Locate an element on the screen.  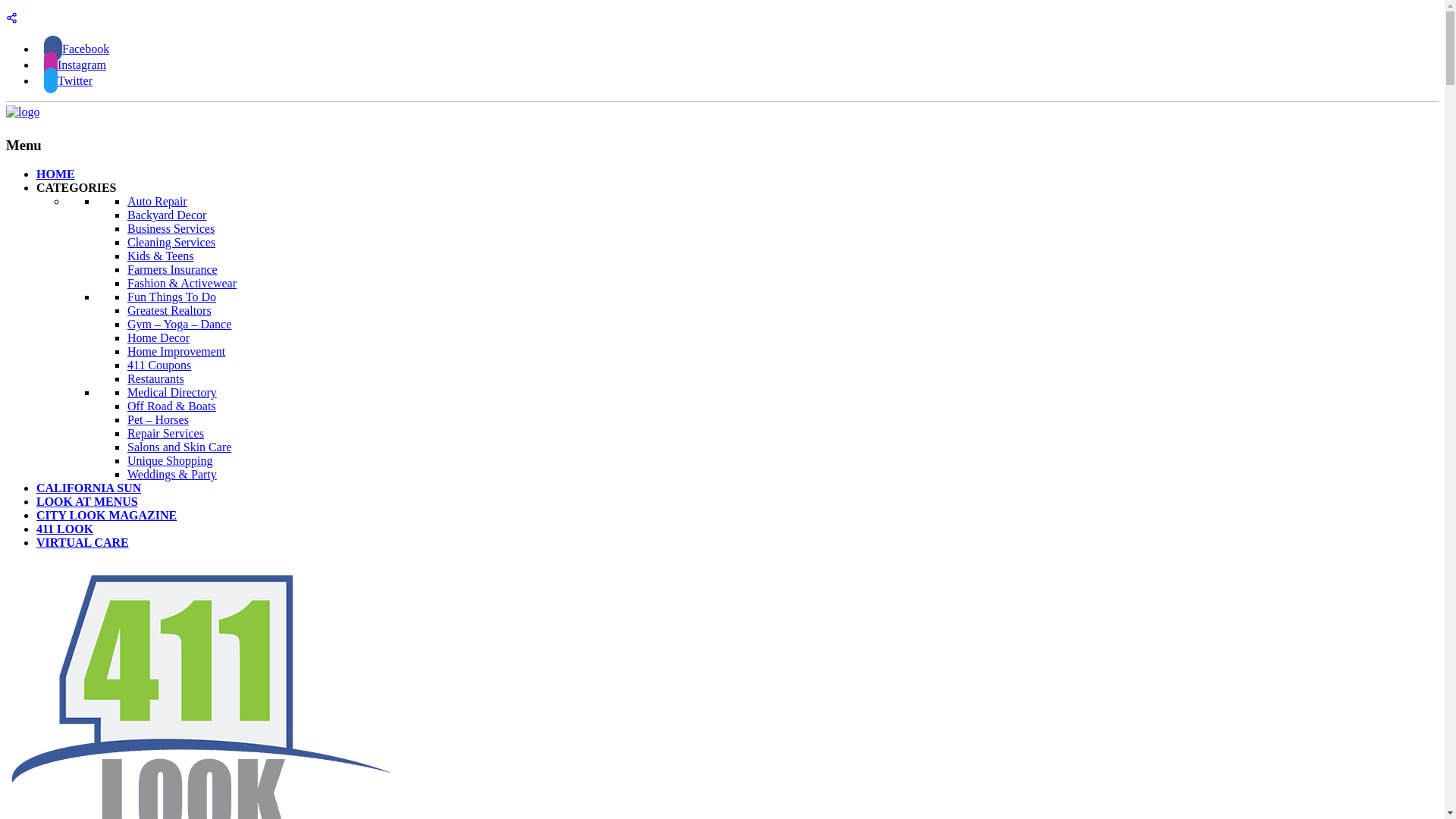
'Off Road & Boats' is located at coordinates (171, 405).